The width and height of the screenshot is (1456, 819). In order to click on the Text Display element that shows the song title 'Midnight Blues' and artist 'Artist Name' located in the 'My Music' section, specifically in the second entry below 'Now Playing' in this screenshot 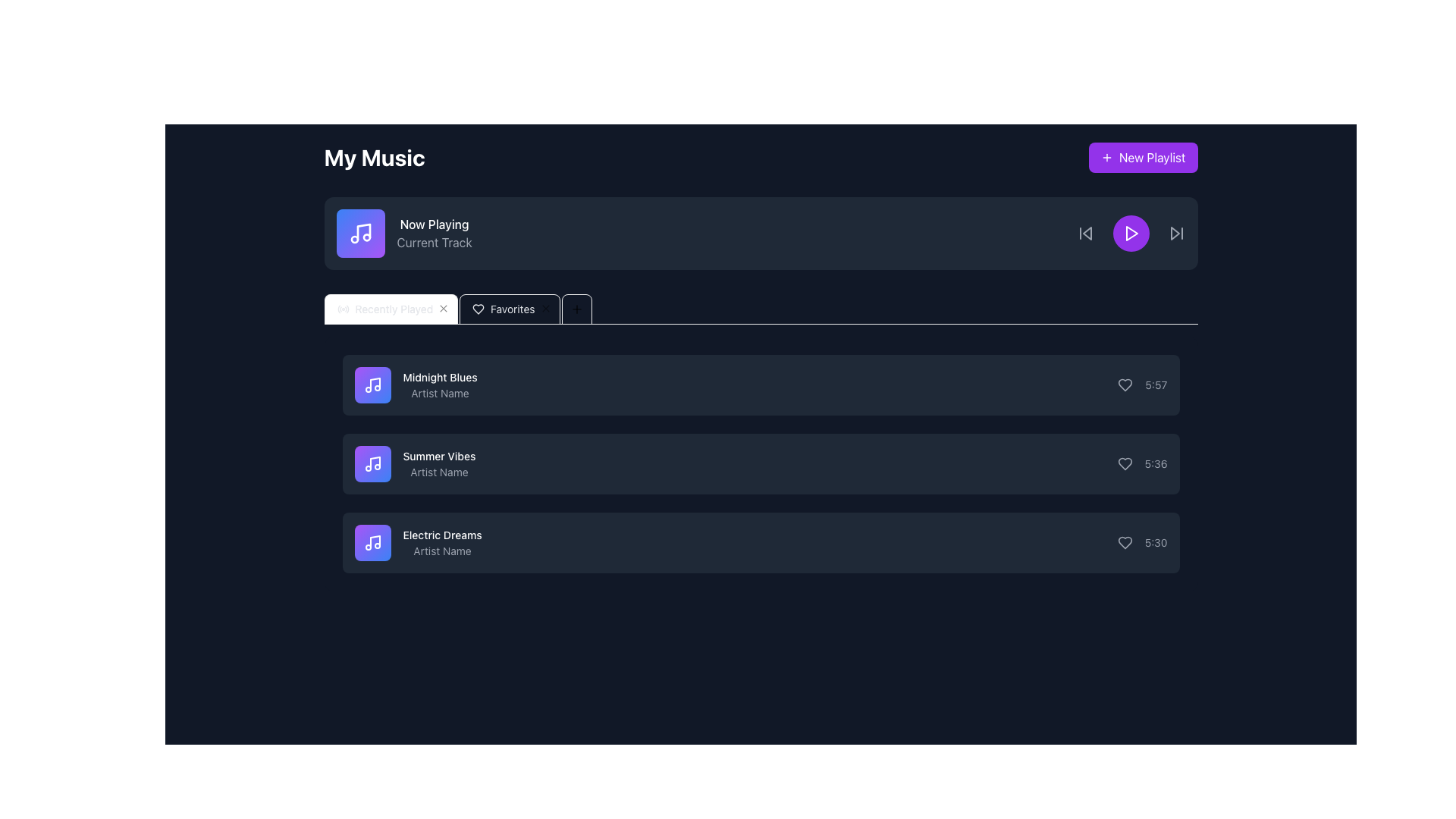, I will do `click(439, 384)`.